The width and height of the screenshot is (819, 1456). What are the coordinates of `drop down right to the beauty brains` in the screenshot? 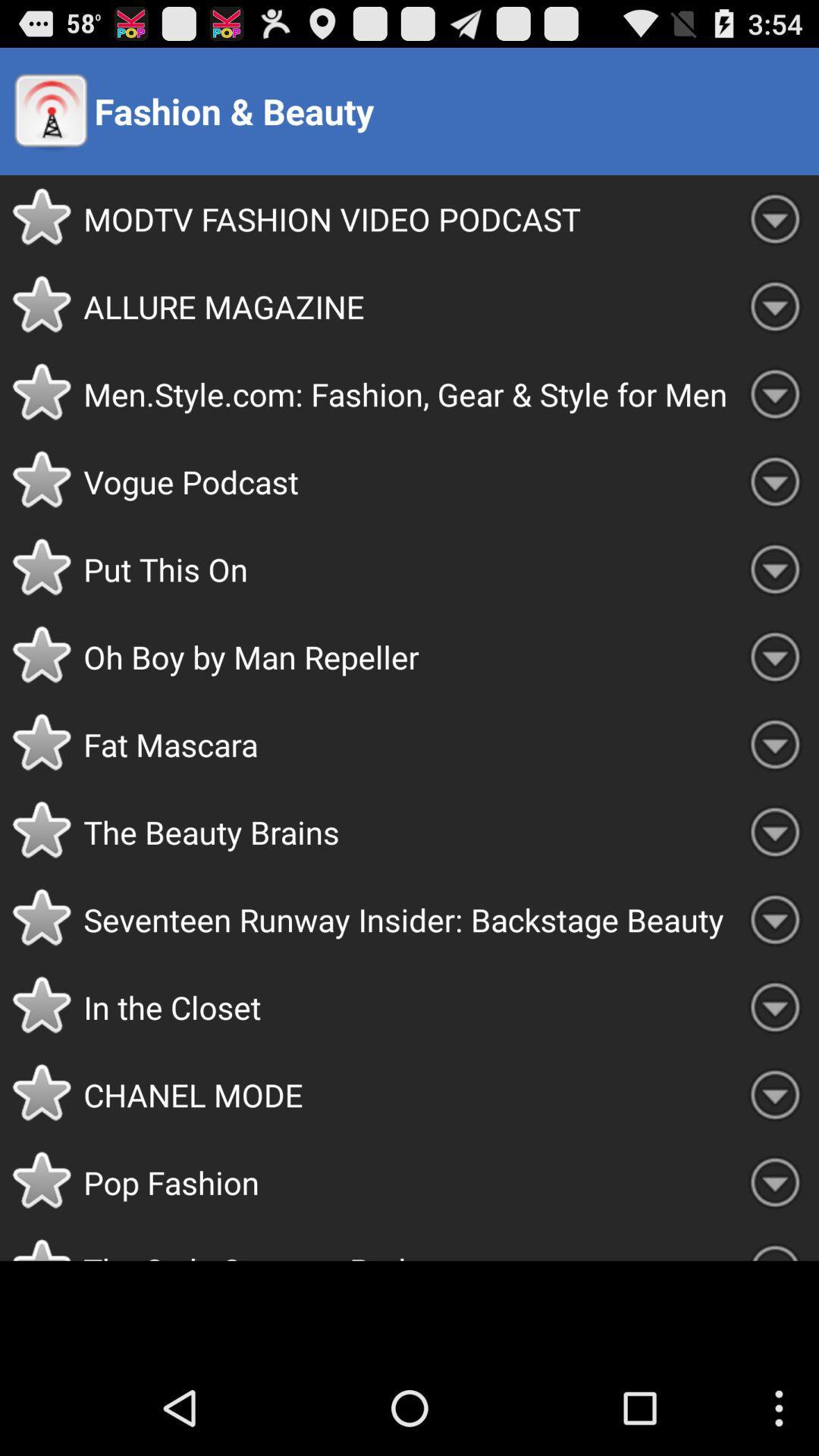 It's located at (775, 831).